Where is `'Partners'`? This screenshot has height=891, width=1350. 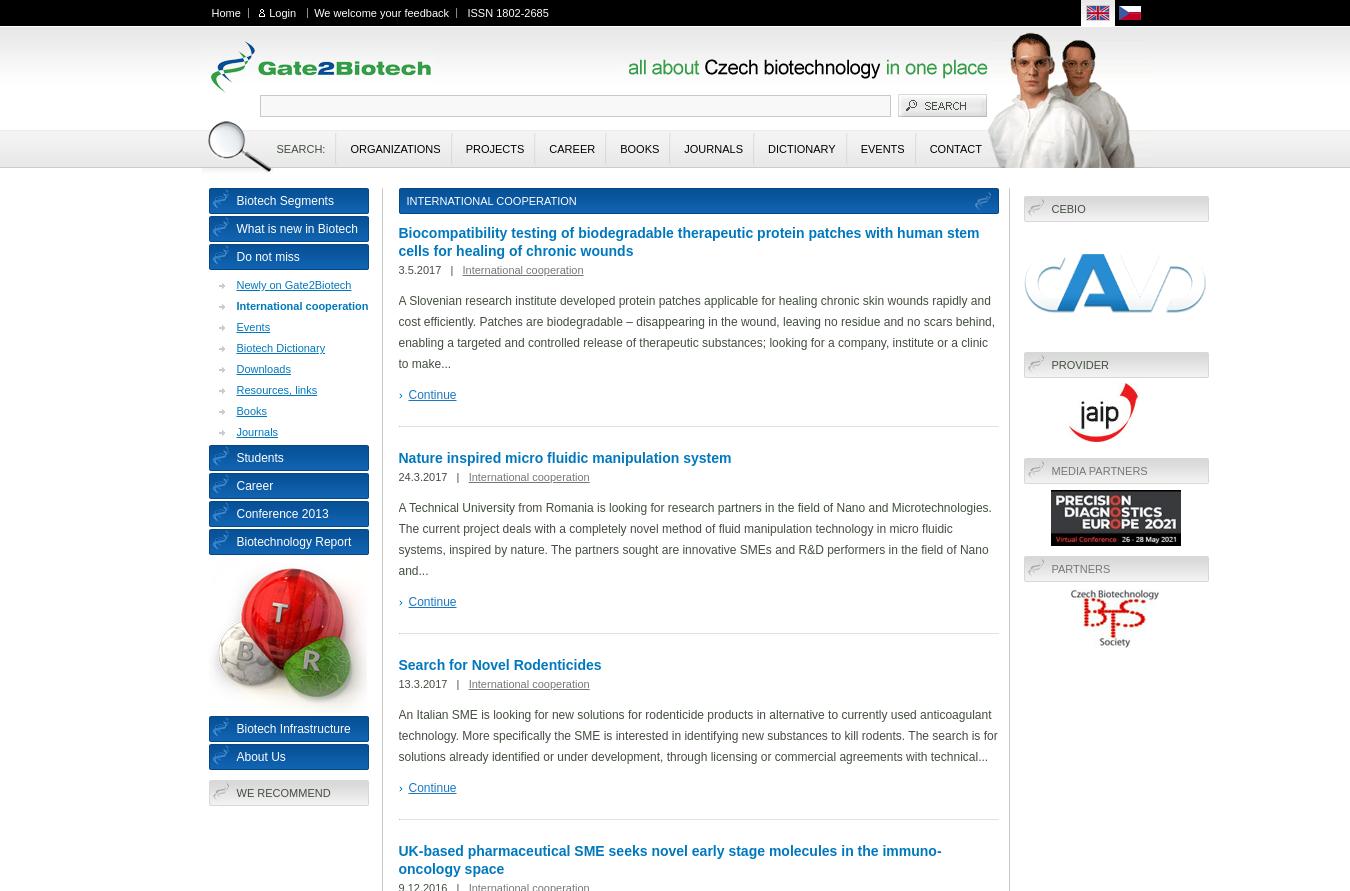 'Partners' is located at coordinates (1080, 568).